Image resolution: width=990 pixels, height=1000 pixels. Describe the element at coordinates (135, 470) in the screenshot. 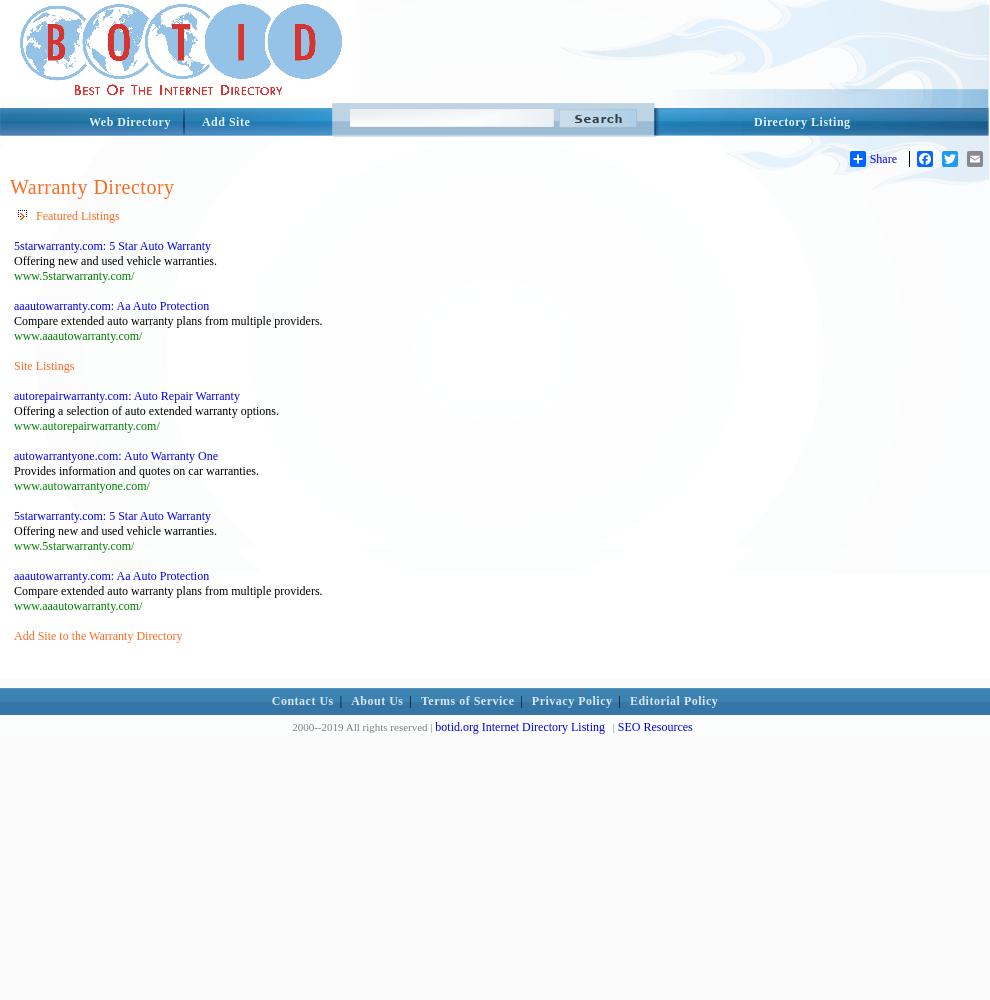

I see `'Provides information and quotes on car warranties.'` at that location.